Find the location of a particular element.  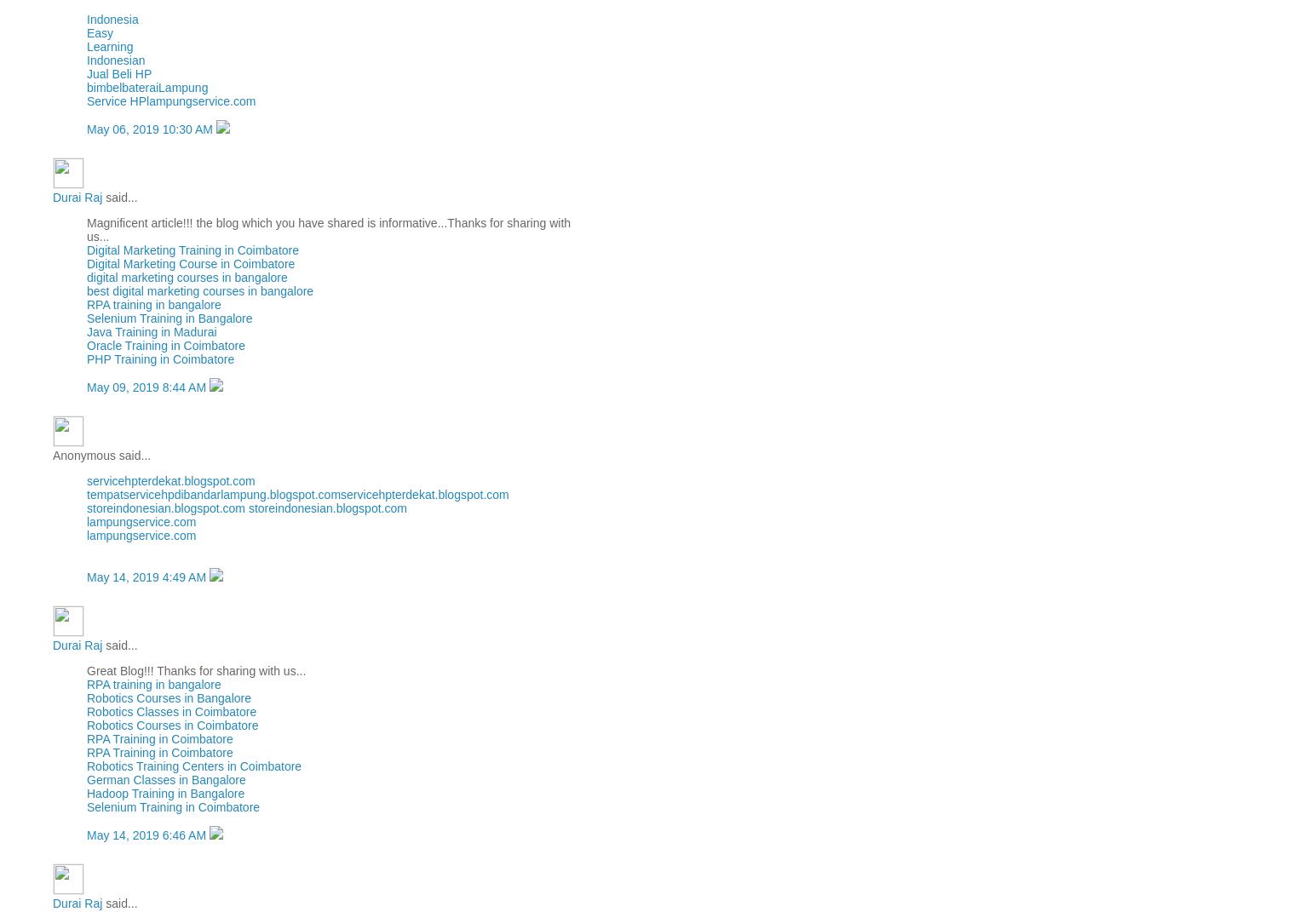

'Easy' is located at coordinates (99, 32).